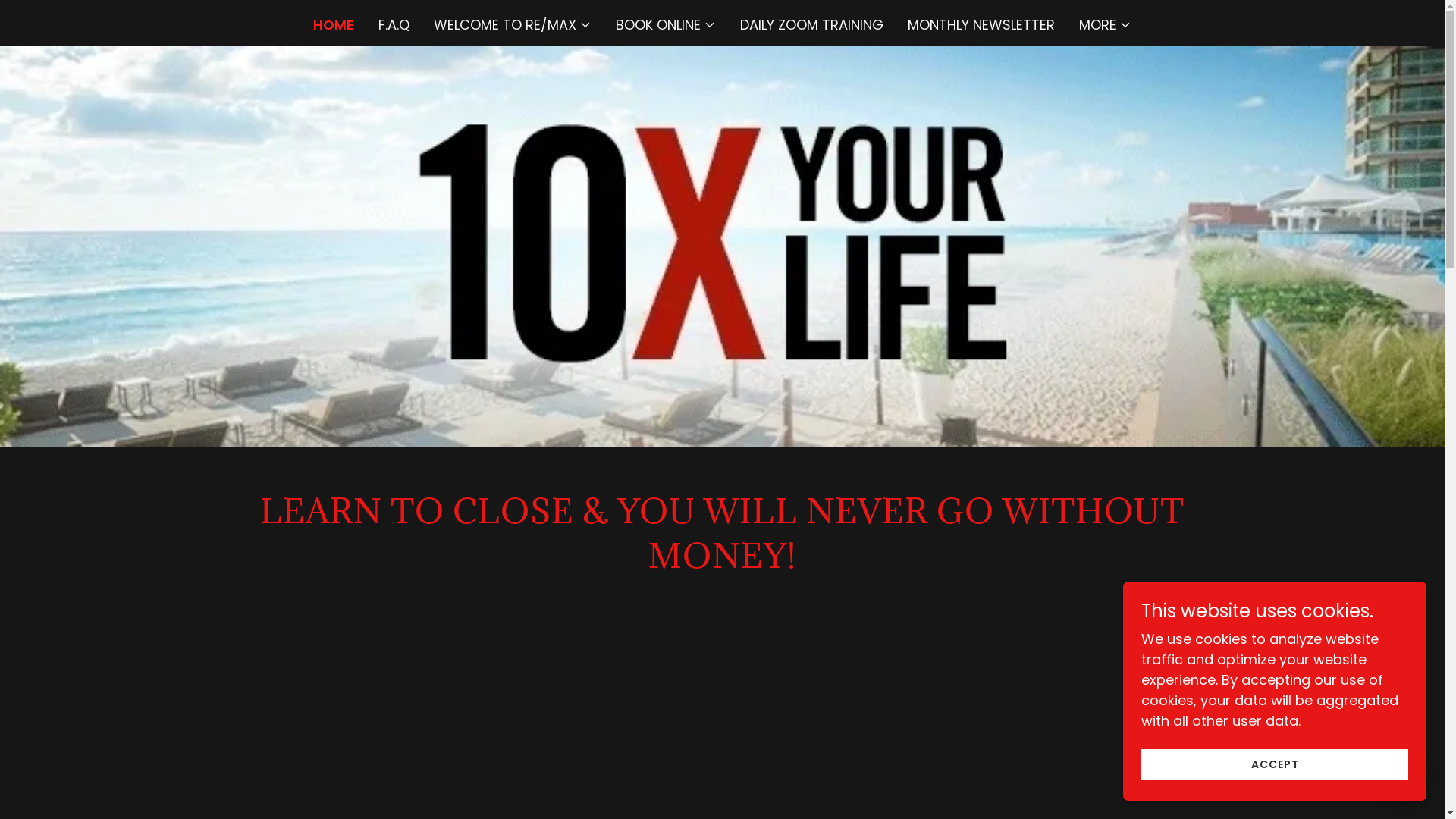  I want to click on 'BOOK ONLINE', so click(666, 25).